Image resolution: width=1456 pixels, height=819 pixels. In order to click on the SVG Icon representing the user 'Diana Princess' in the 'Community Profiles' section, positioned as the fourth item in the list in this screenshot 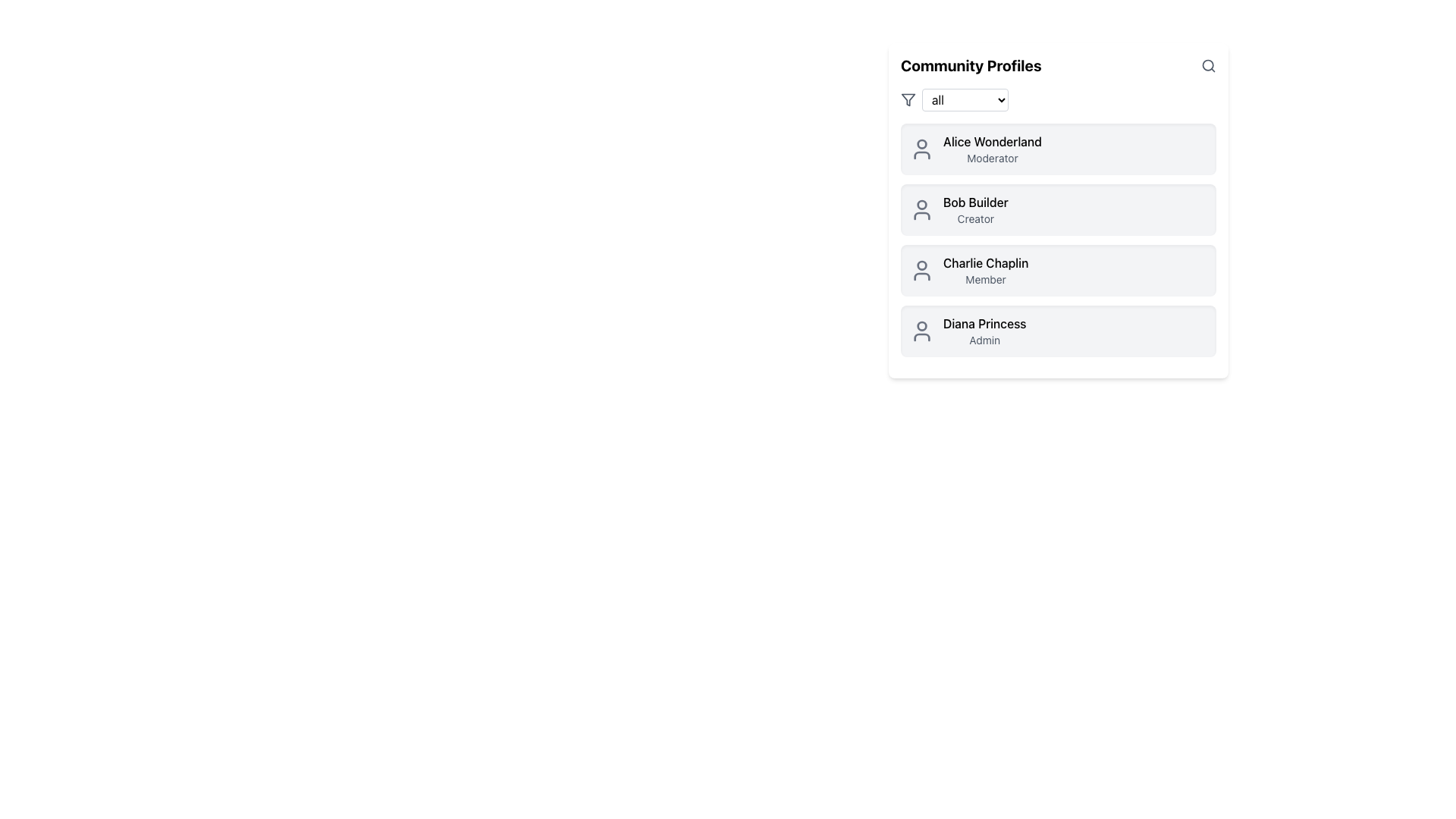, I will do `click(921, 330)`.